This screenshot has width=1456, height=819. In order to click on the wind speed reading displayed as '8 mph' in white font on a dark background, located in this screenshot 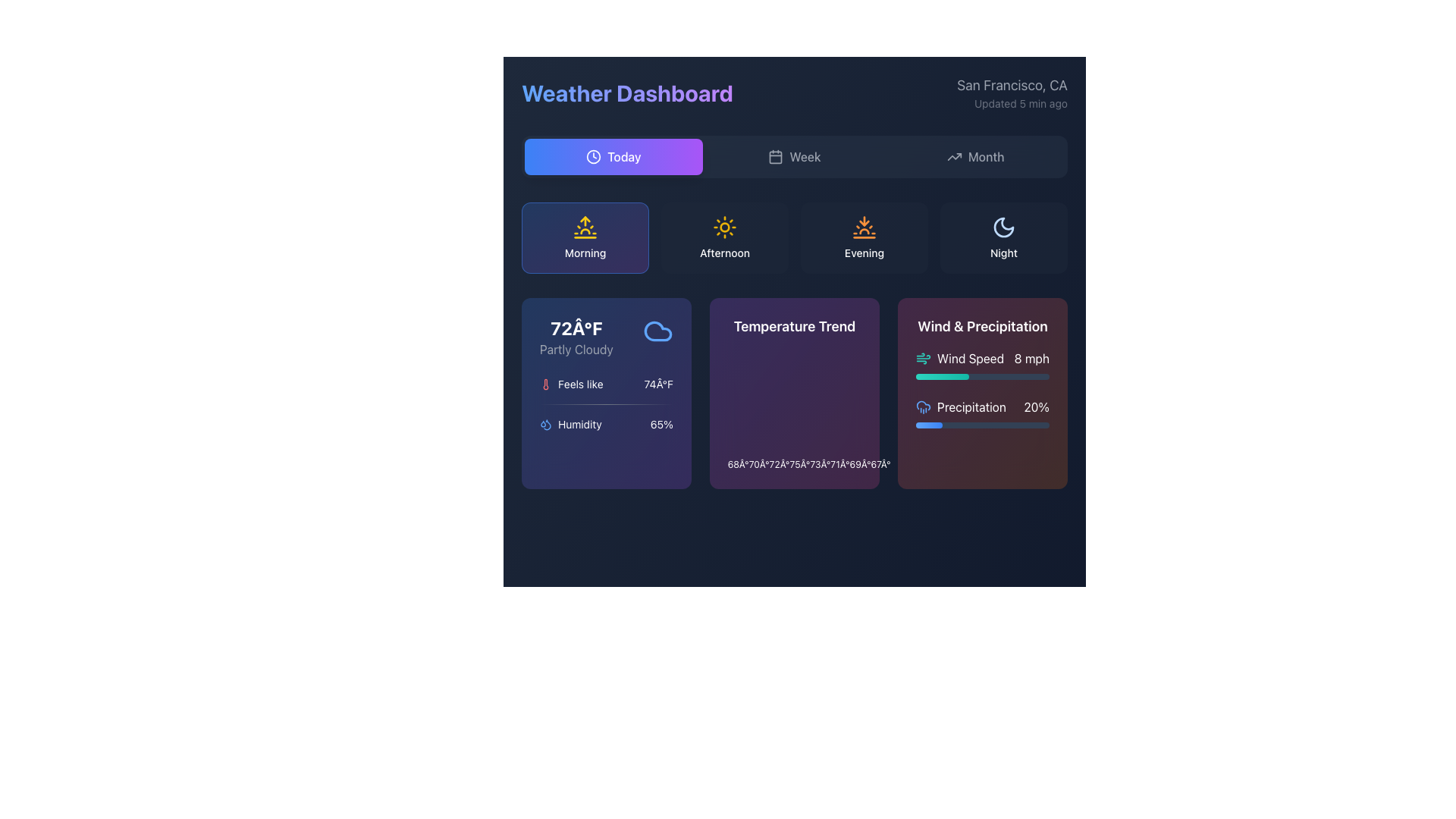, I will do `click(1031, 359)`.